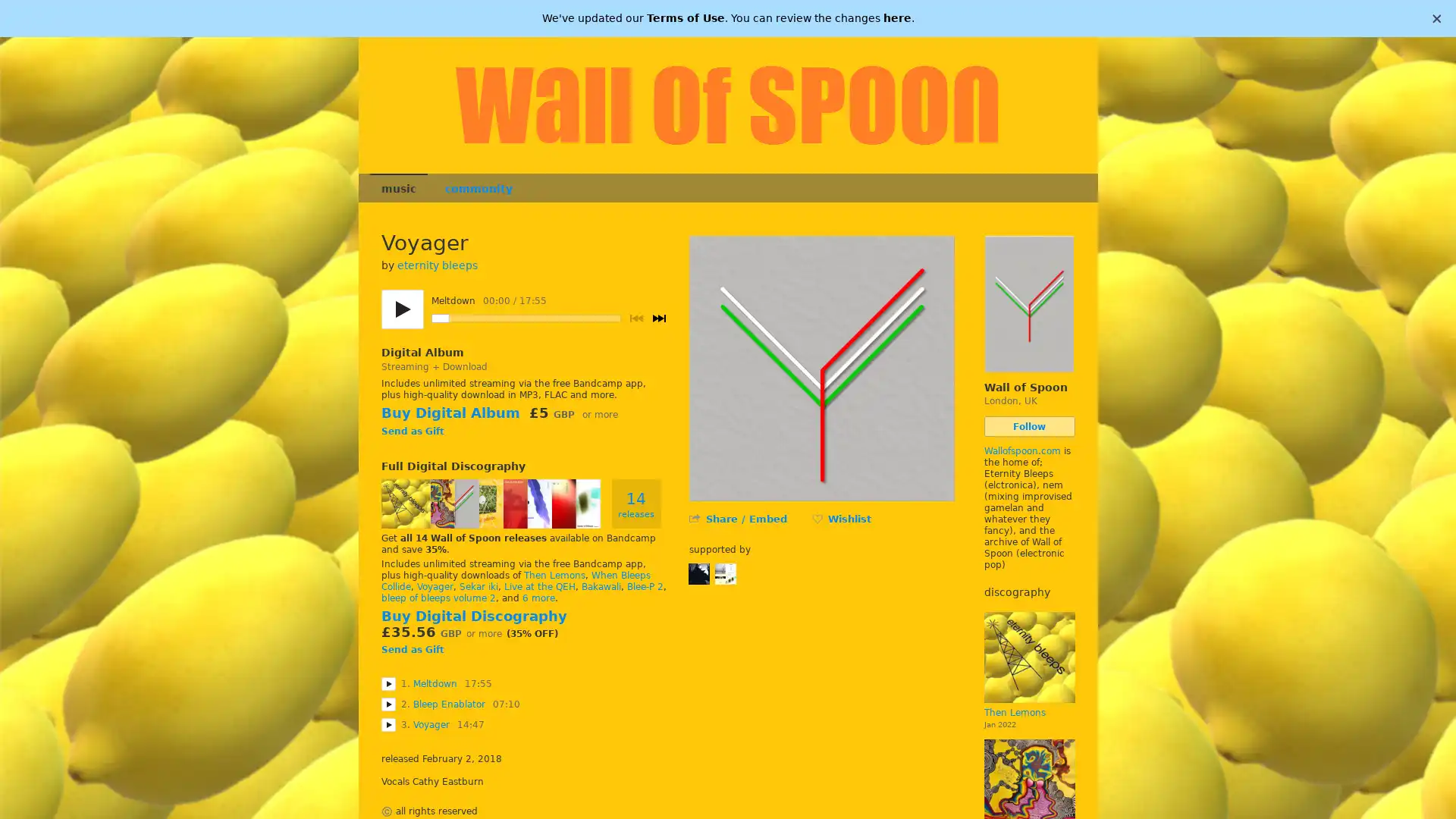 The width and height of the screenshot is (1456, 819). What do you see at coordinates (412, 432) in the screenshot?
I see `Send as Gift` at bounding box center [412, 432].